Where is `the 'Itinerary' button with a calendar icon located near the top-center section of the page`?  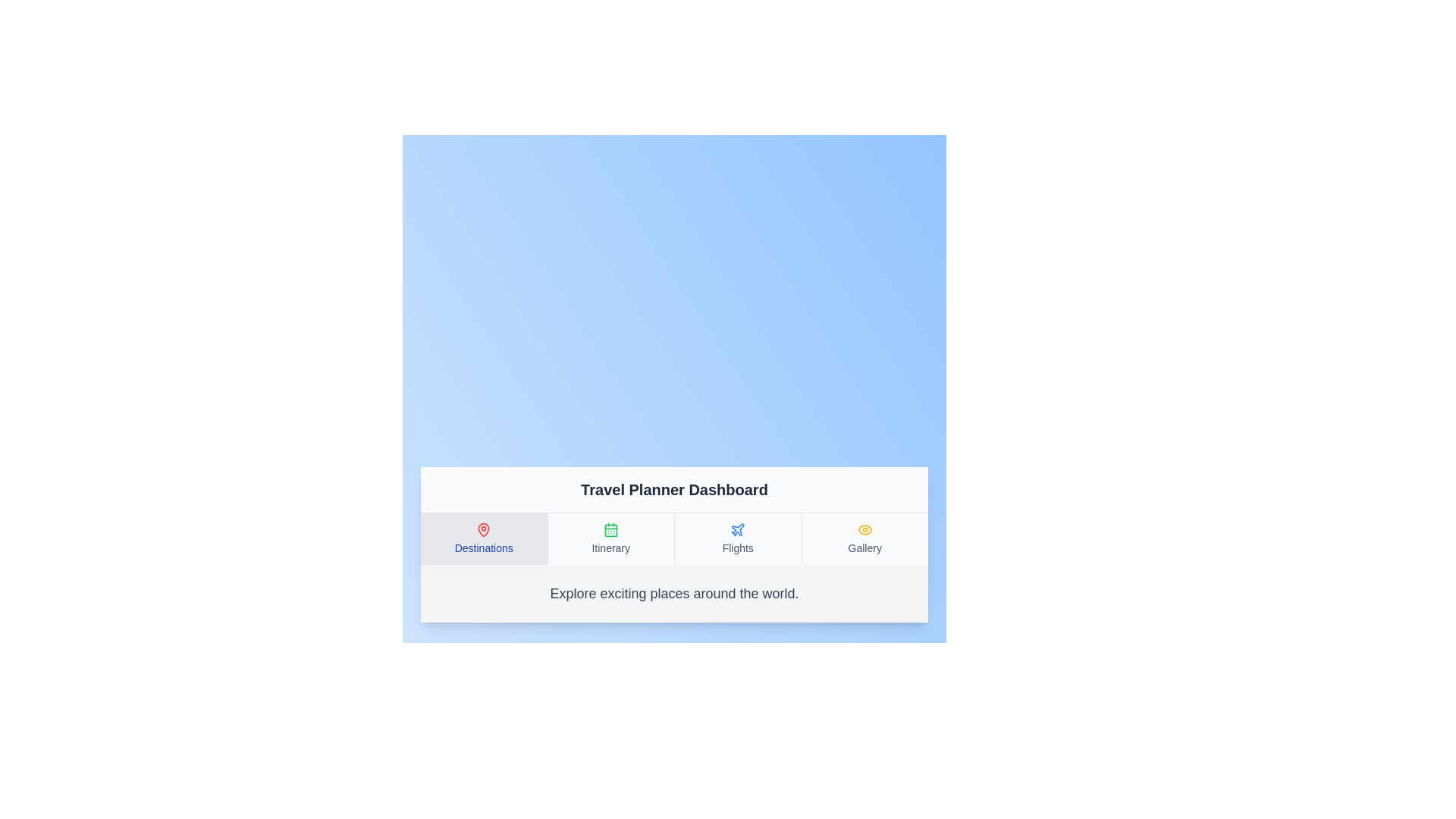
the 'Itinerary' button with a calendar icon located near the top-center section of the page is located at coordinates (610, 538).